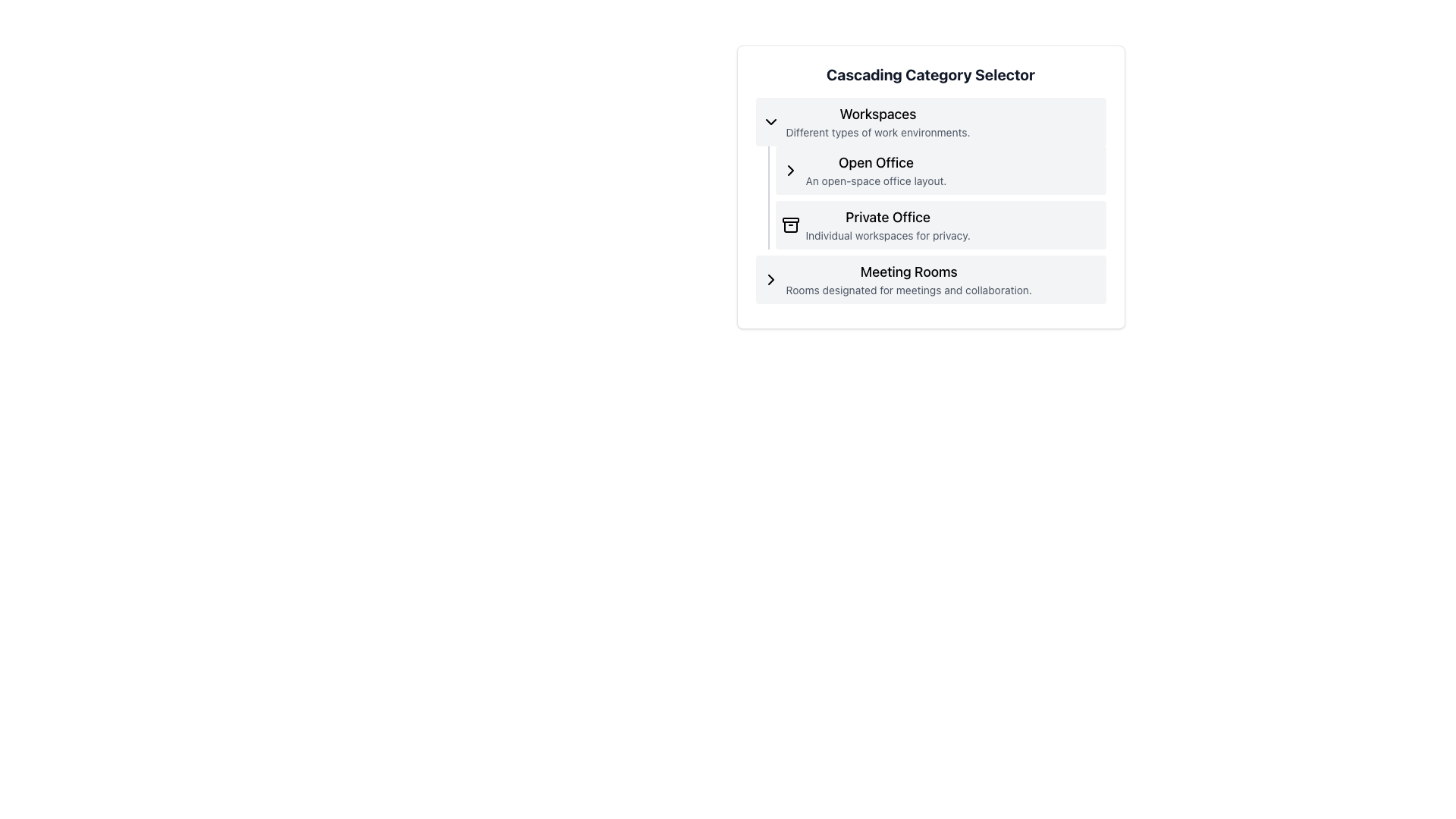  I want to click on the collapsible header labeled 'Workspaces' with a downward-pointing chevron icon to focus on it, so click(930, 121).